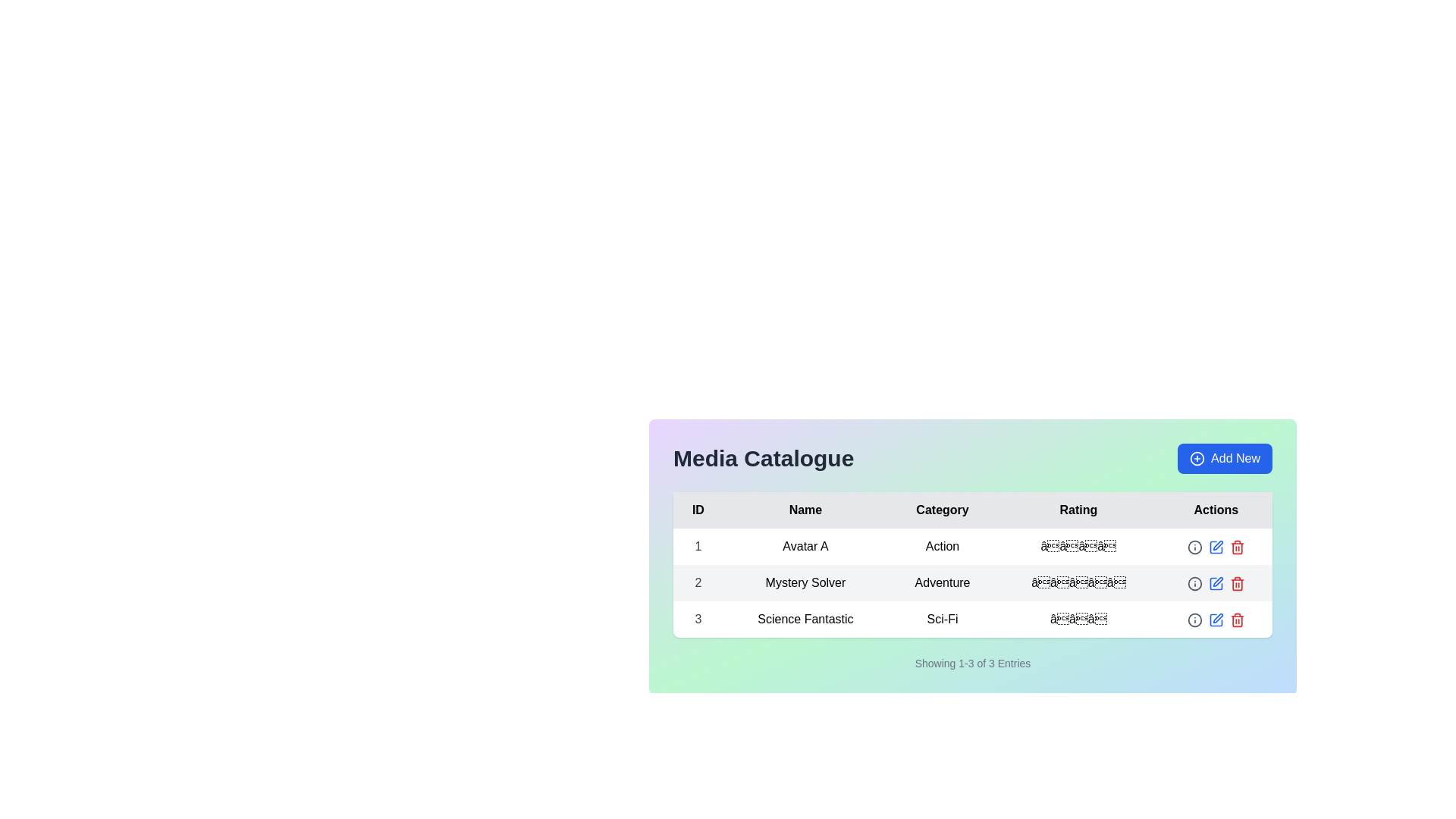 Image resolution: width=1456 pixels, height=819 pixels. What do you see at coordinates (1216, 582) in the screenshot?
I see `the edit icon in the 'Actions' column of the table row associated with the entry titled 'Mystery Solver' to modify the entry` at bounding box center [1216, 582].